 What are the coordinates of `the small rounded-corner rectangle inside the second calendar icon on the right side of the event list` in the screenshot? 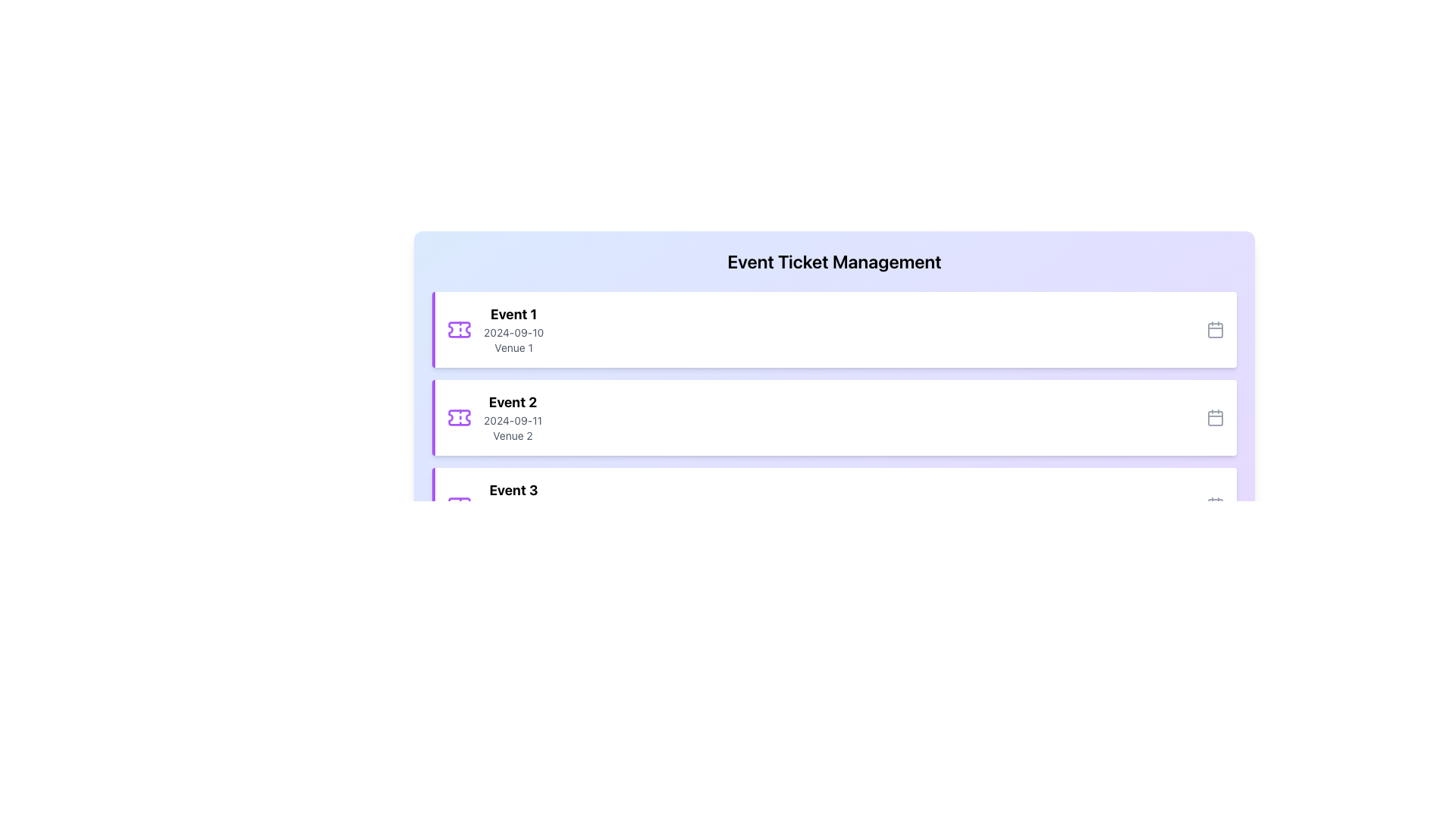 It's located at (1216, 418).